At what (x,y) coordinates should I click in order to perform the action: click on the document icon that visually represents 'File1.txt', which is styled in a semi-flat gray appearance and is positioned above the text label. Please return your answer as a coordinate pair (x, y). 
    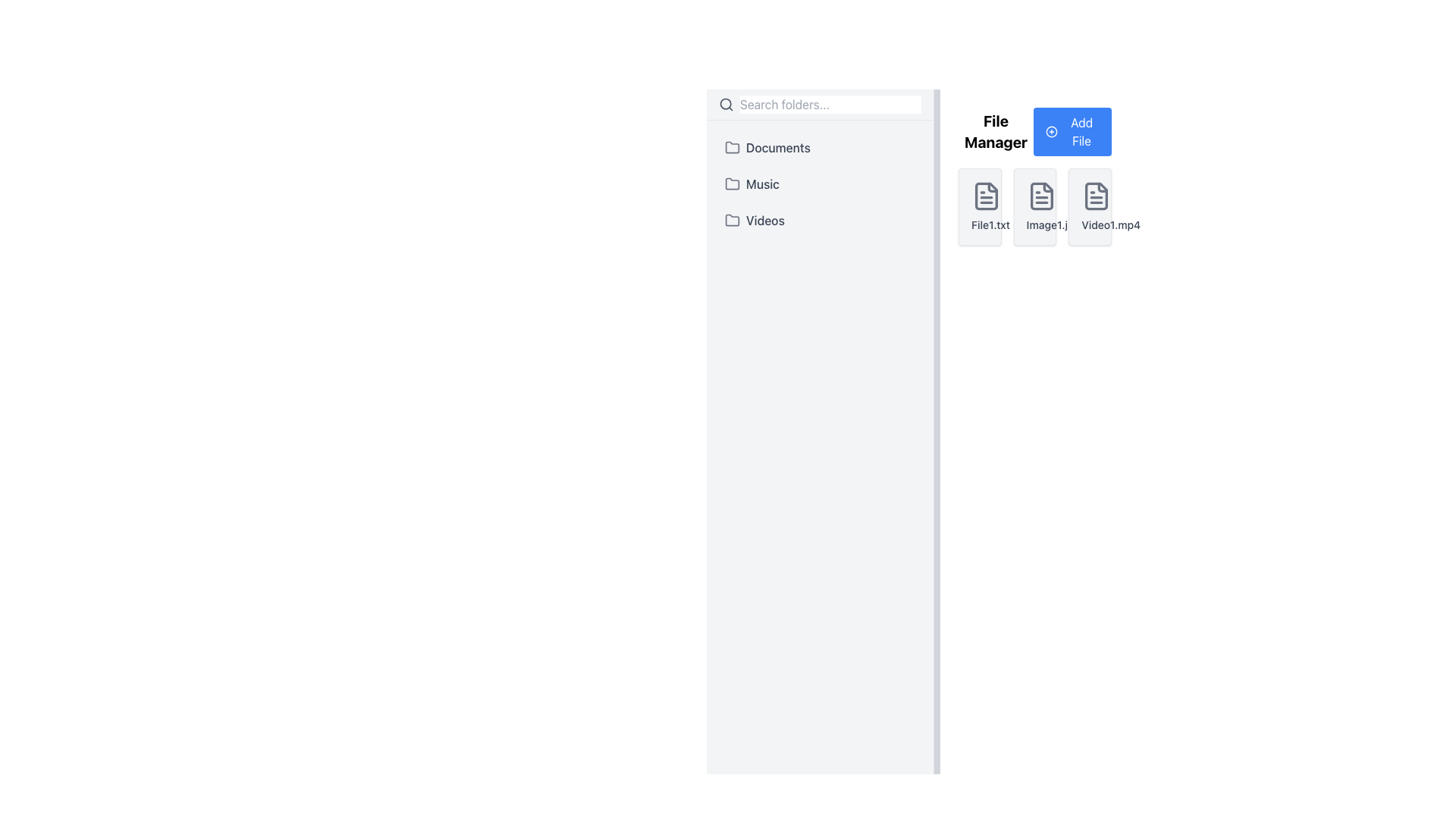
    Looking at the image, I should click on (986, 195).